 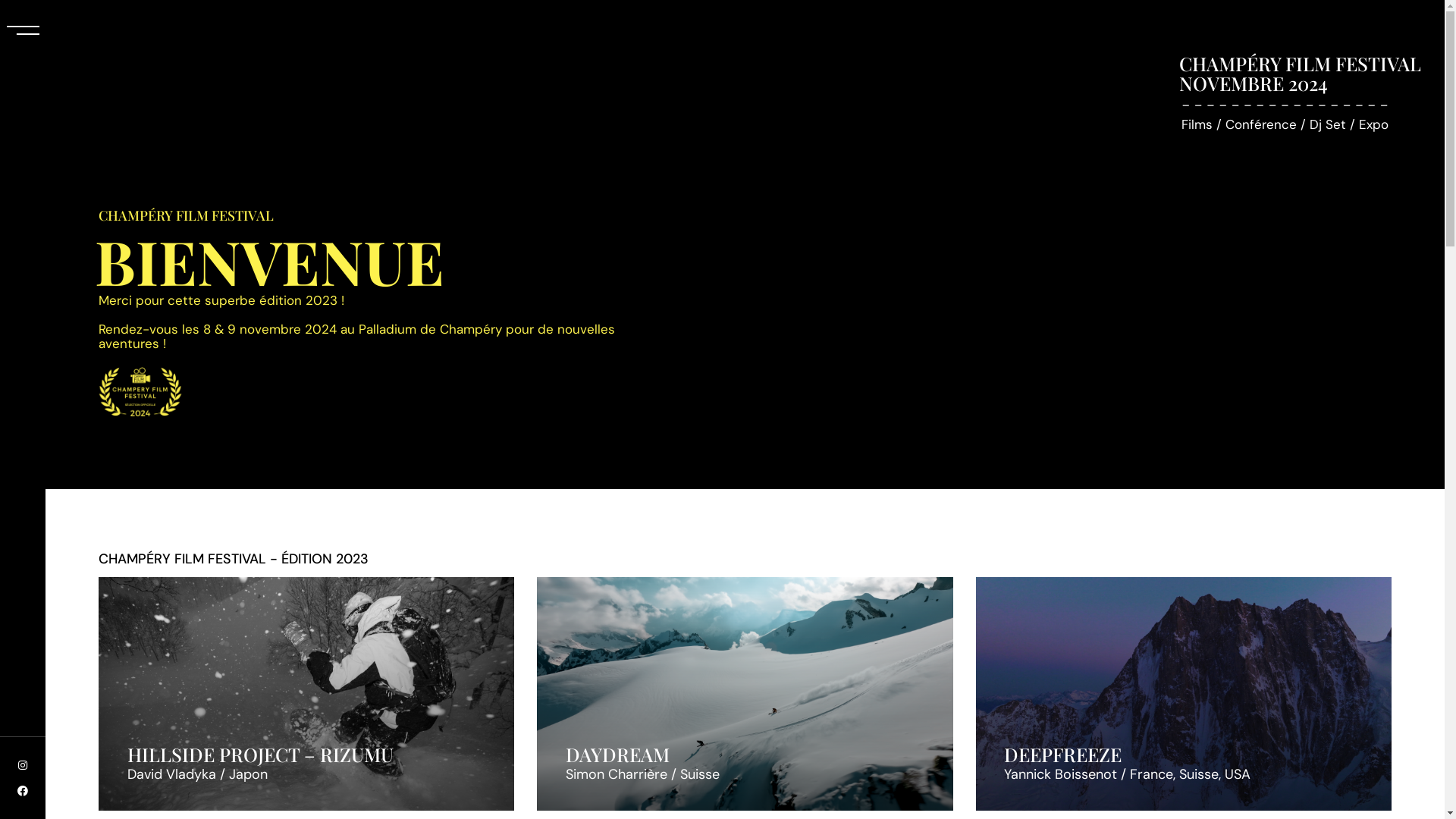 I want to click on 'DEEPFREEZE', so click(x=1062, y=754).